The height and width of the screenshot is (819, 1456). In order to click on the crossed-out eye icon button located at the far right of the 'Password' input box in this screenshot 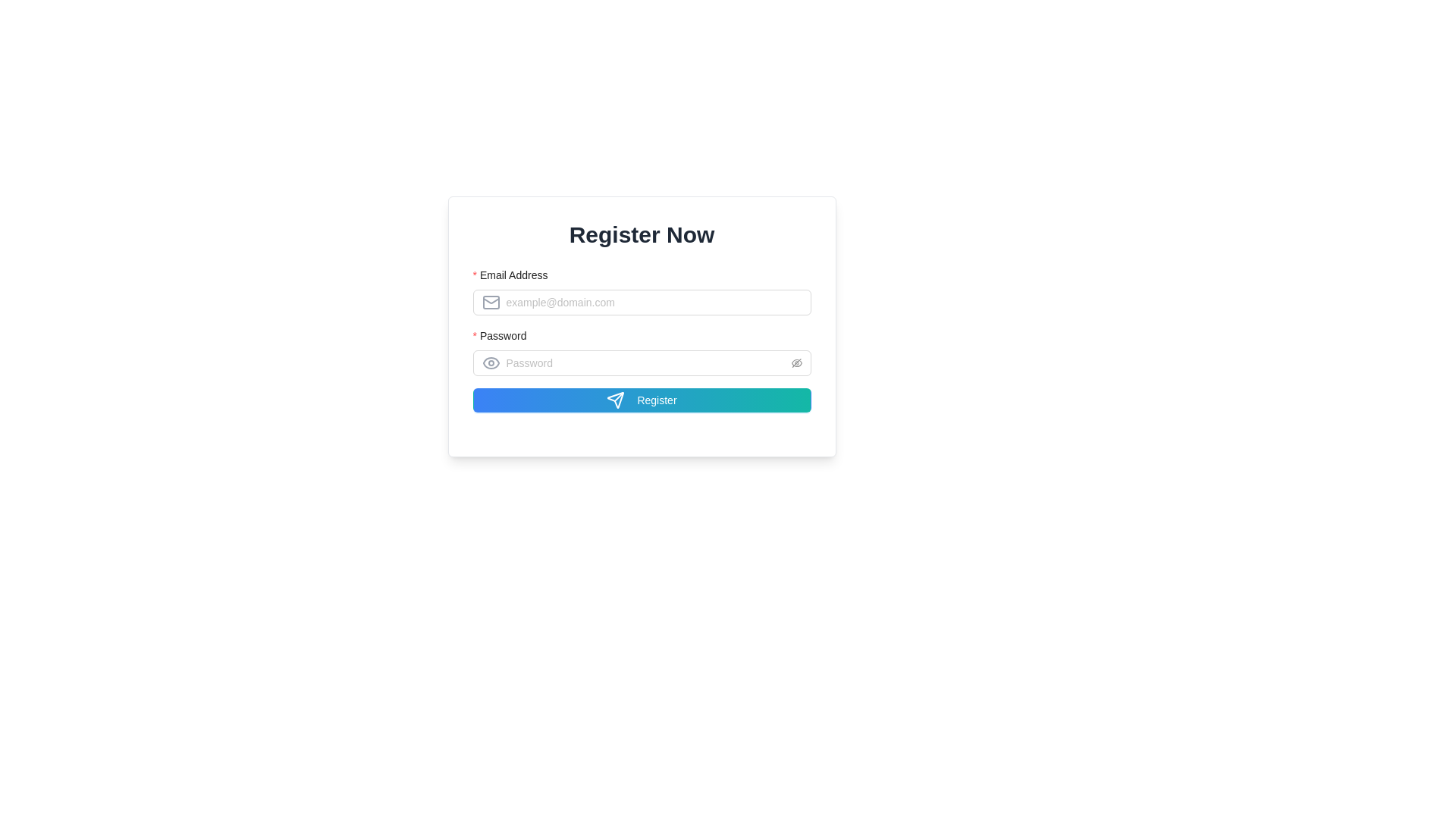, I will do `click(795, 362)`.